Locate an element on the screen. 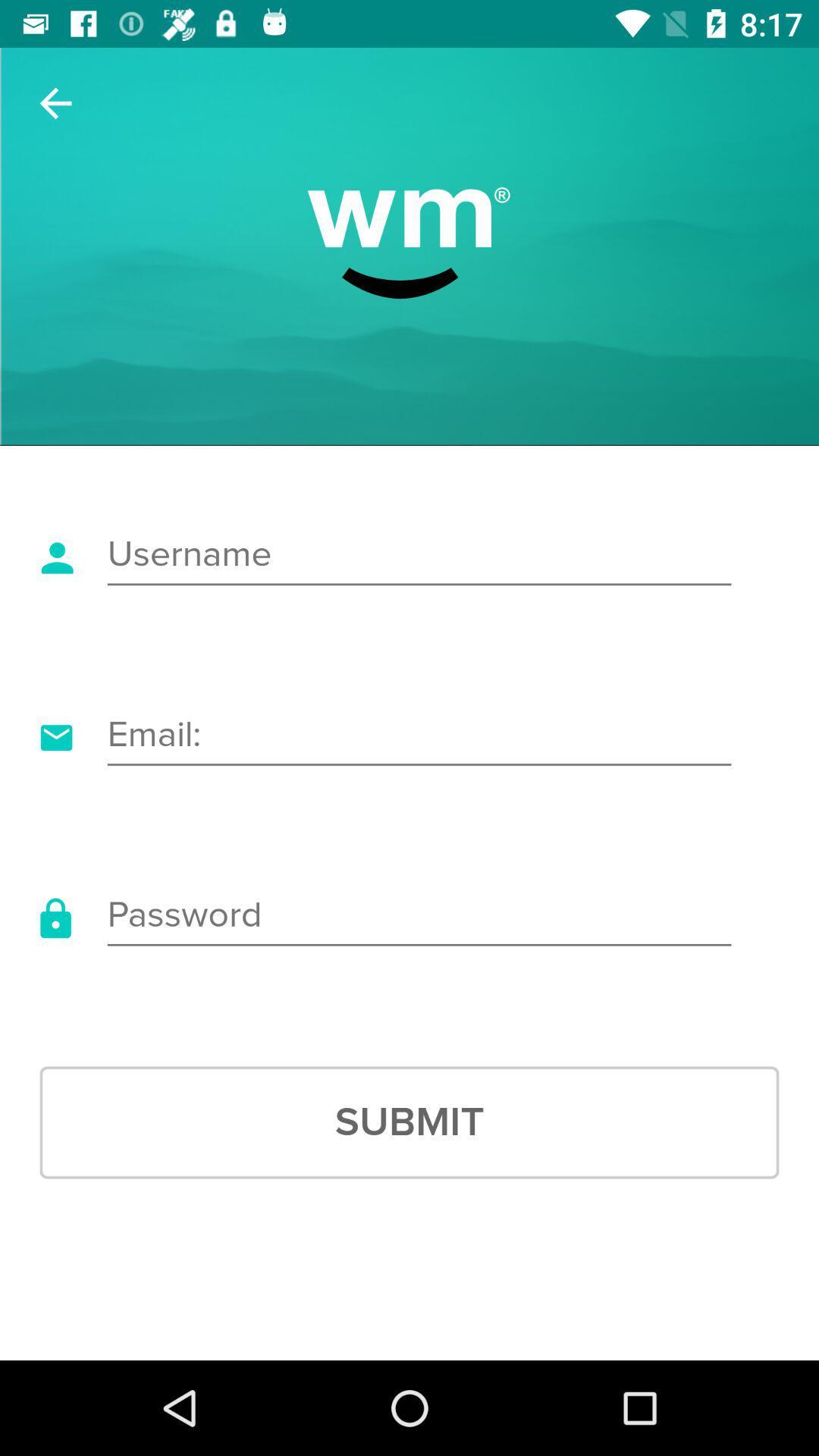 The height and width of the screenshot is (1456, 819). submit is located at coordinates (409, 1122).